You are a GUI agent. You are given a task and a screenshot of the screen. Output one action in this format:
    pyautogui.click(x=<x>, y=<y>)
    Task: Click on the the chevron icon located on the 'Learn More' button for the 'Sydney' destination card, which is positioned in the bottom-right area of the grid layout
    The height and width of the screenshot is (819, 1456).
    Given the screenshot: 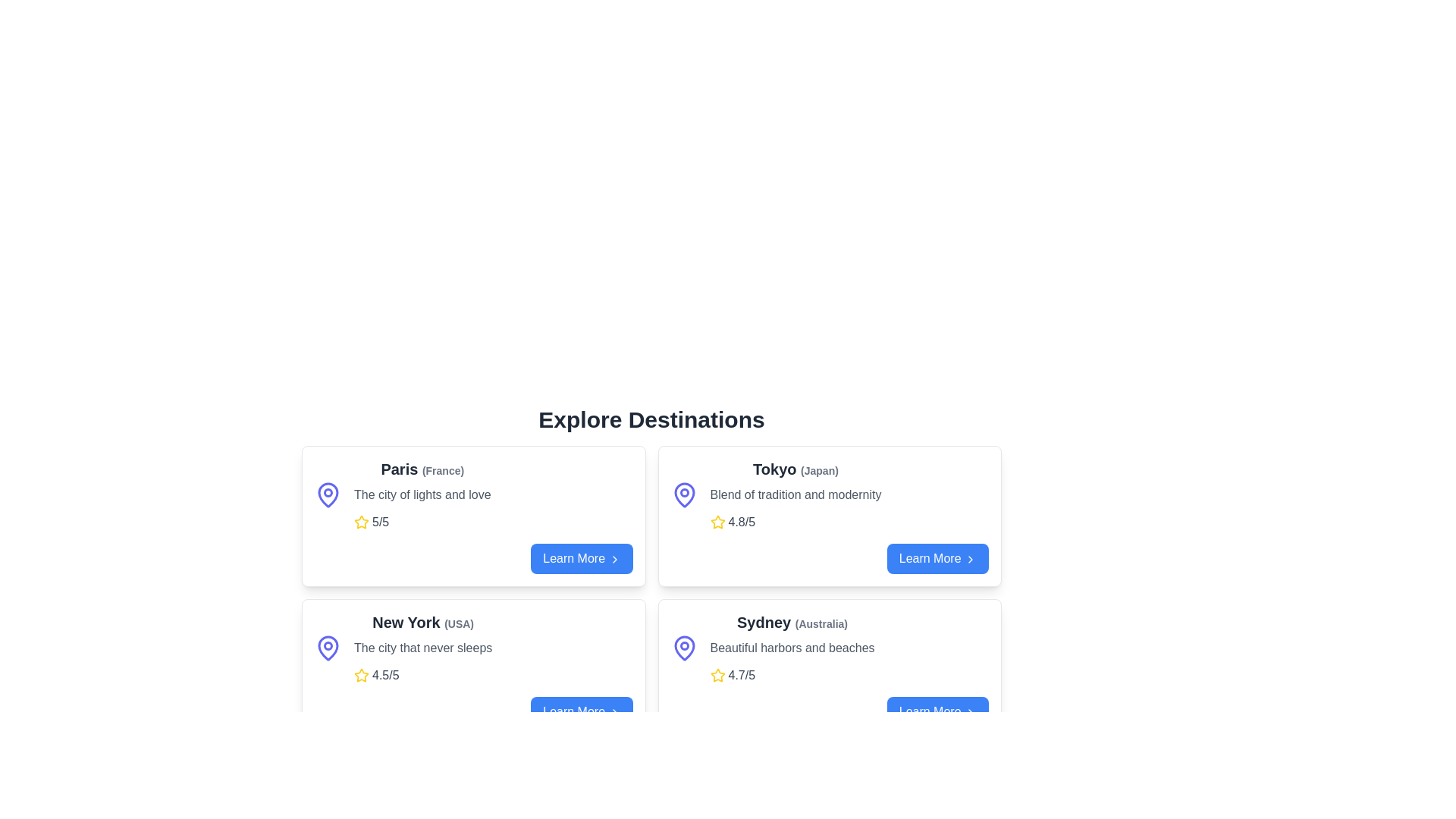 What is the action you would take?
    pyautogui.click(x=971, y=711)
    